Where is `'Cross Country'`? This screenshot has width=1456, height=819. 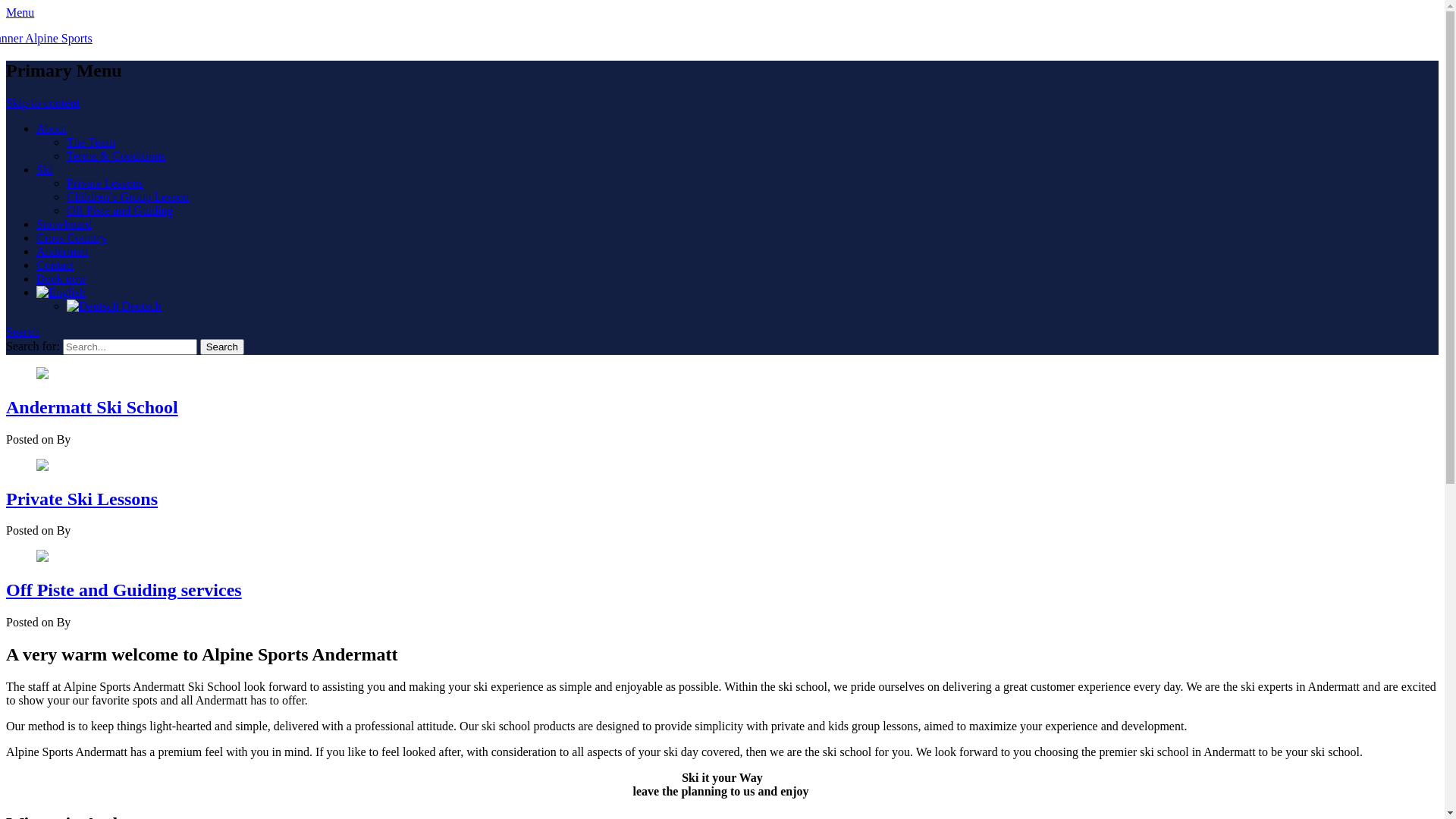 'Cross Country' is located at coordinates (71, 237).